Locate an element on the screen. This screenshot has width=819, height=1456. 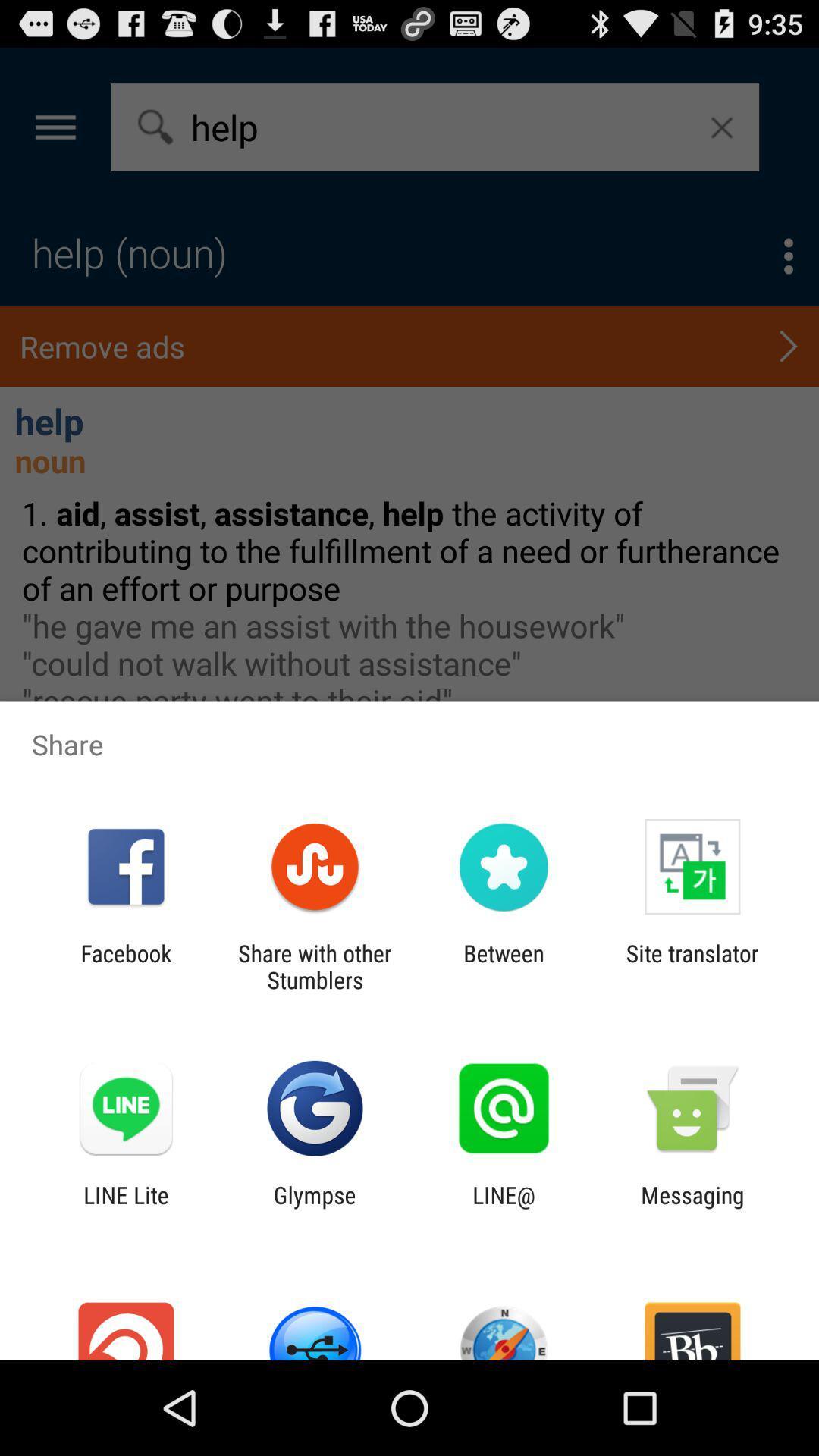
share with other app is located at coordinates (314, 966).